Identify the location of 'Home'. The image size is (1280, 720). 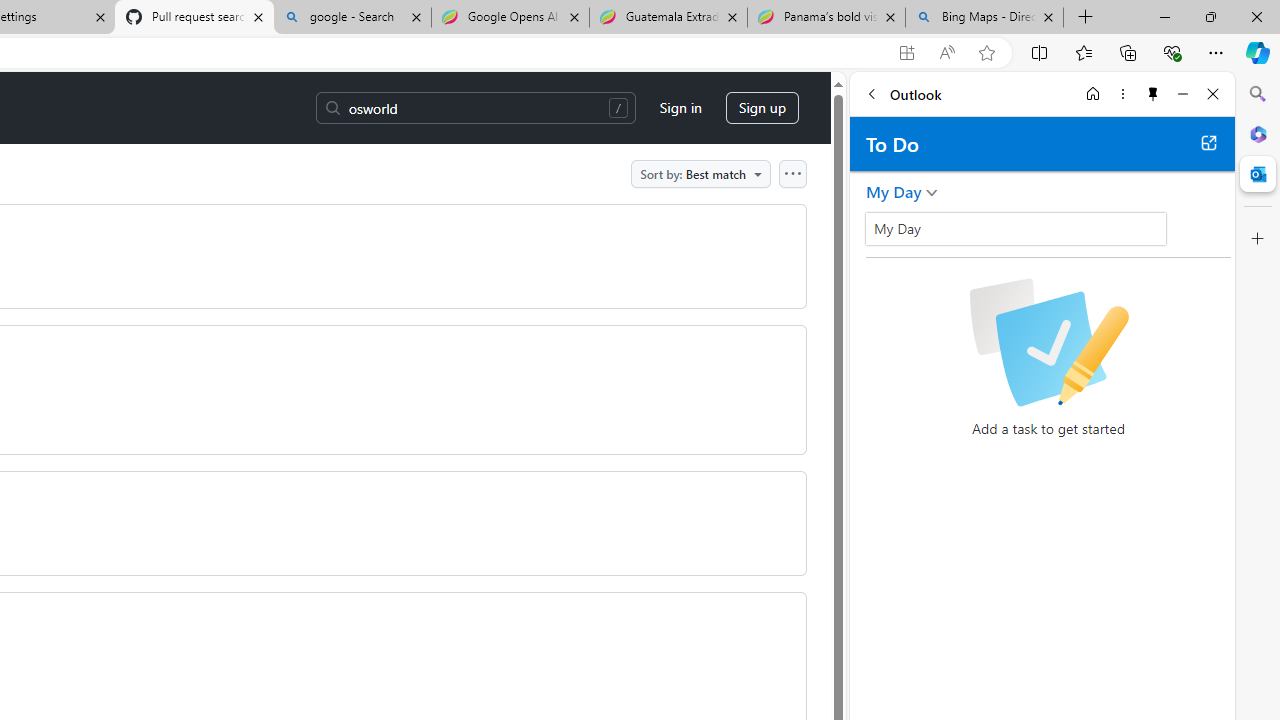
(1092, 93).